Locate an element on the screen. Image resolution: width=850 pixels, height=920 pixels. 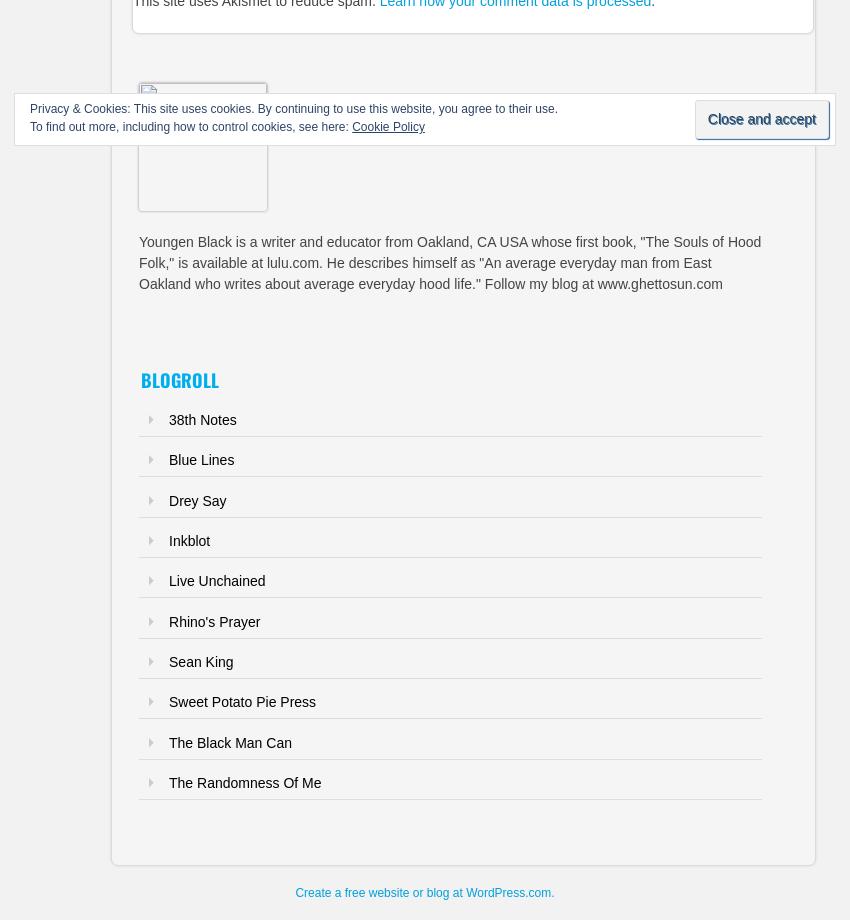
'Create a free website or blog at WordPress.com.' is located at coordinates (424, 892).